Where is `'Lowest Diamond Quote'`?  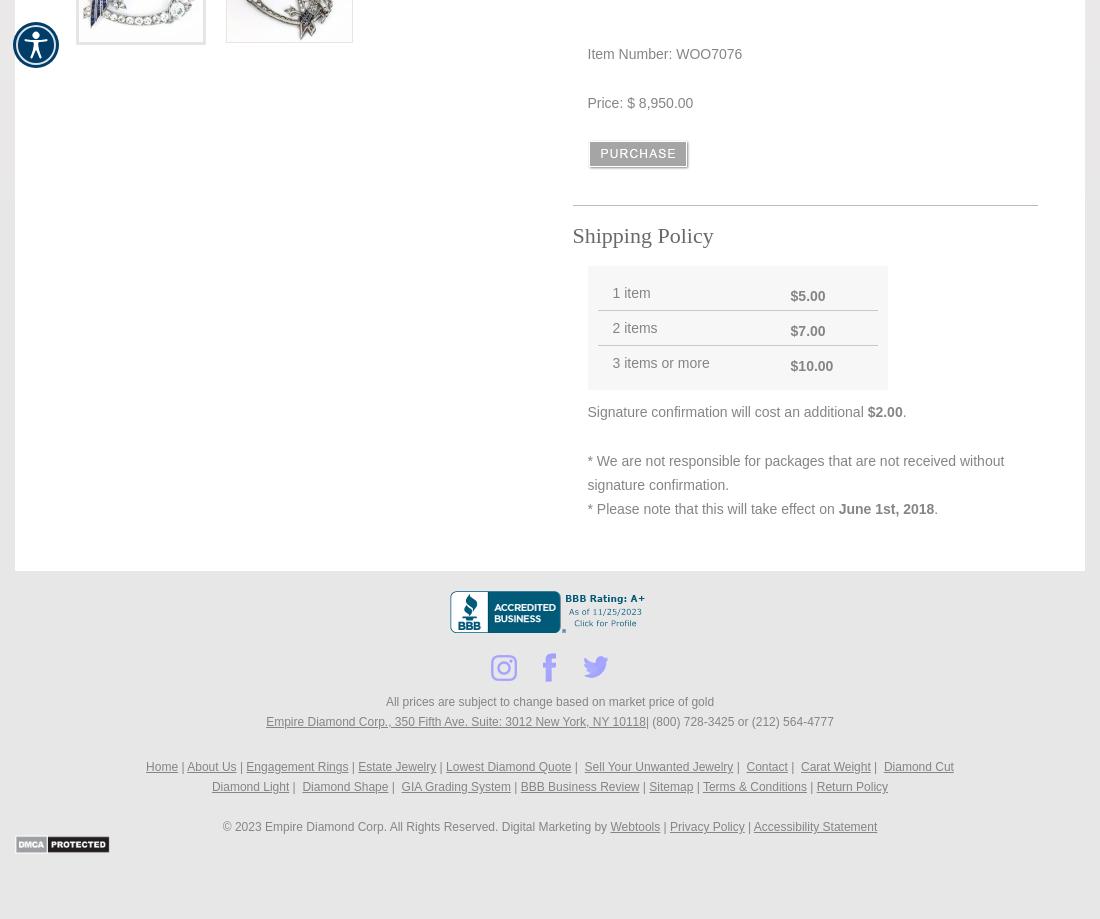
'Lowest Diamond Quote' is located at coordinates (508, 766).